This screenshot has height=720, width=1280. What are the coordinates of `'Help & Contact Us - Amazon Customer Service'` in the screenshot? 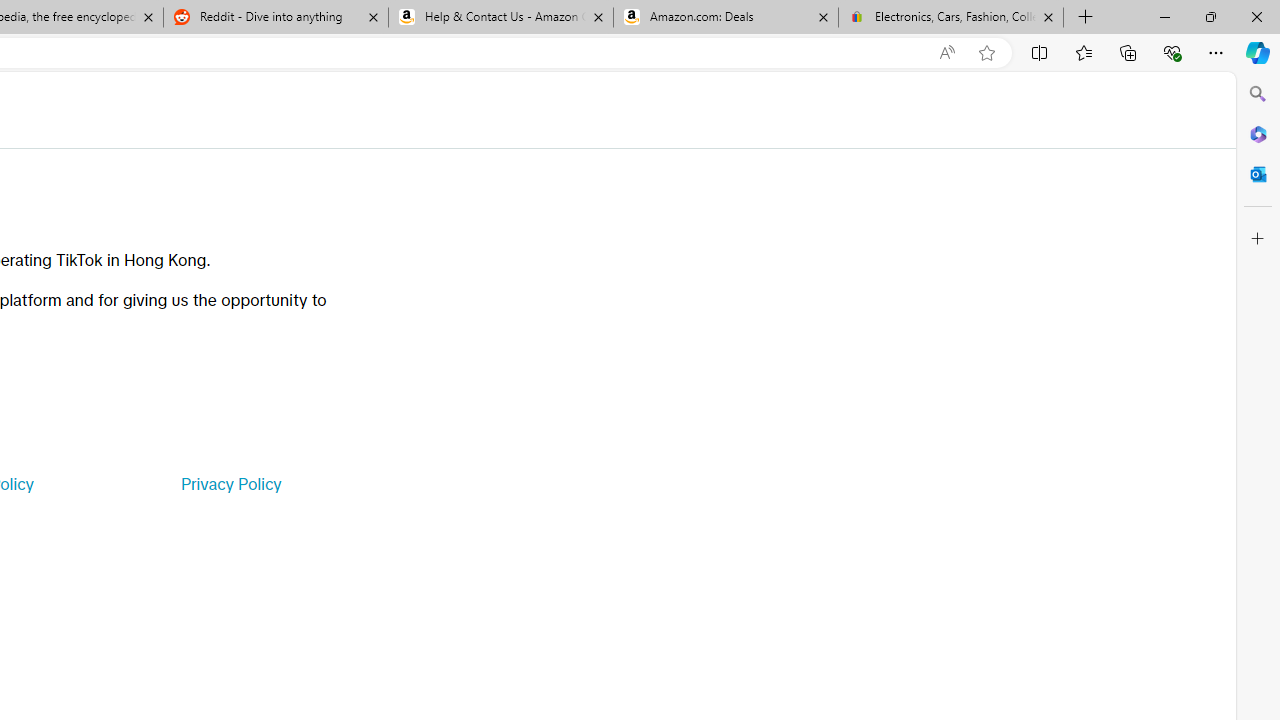 It's located at (501, 17).